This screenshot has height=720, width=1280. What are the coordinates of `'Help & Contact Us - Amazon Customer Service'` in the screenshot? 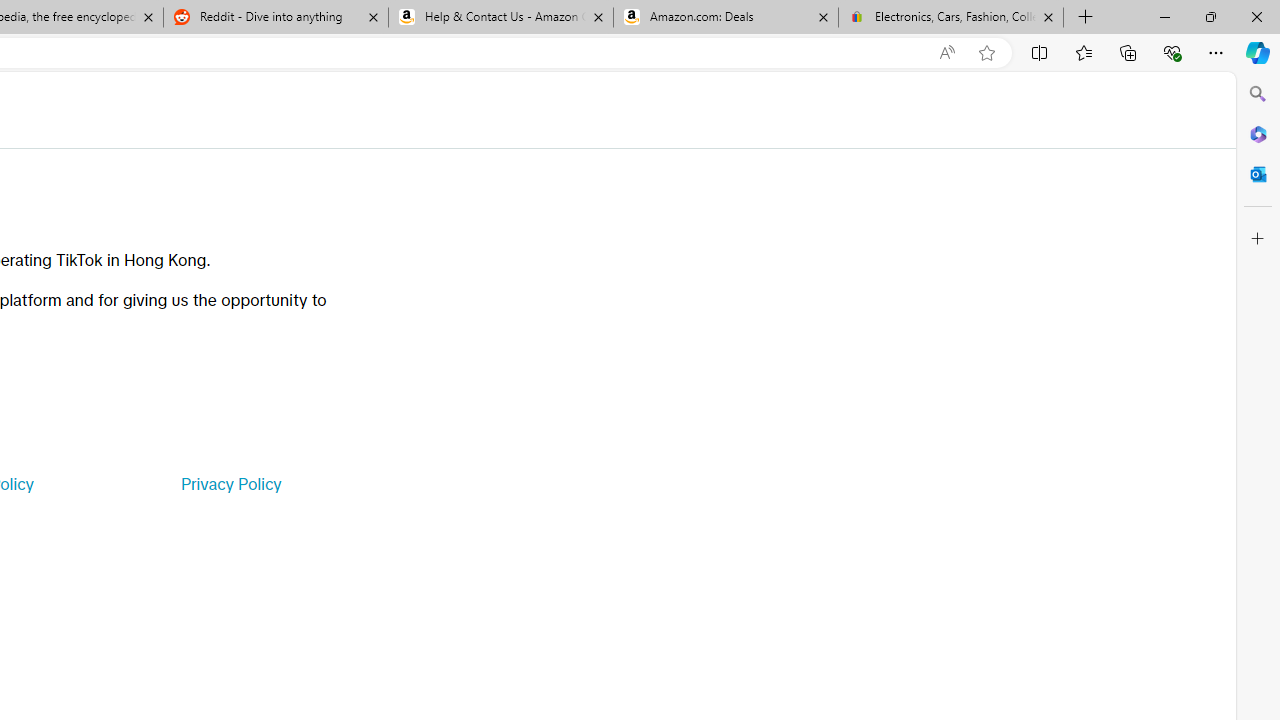 It's located at (501, 17).